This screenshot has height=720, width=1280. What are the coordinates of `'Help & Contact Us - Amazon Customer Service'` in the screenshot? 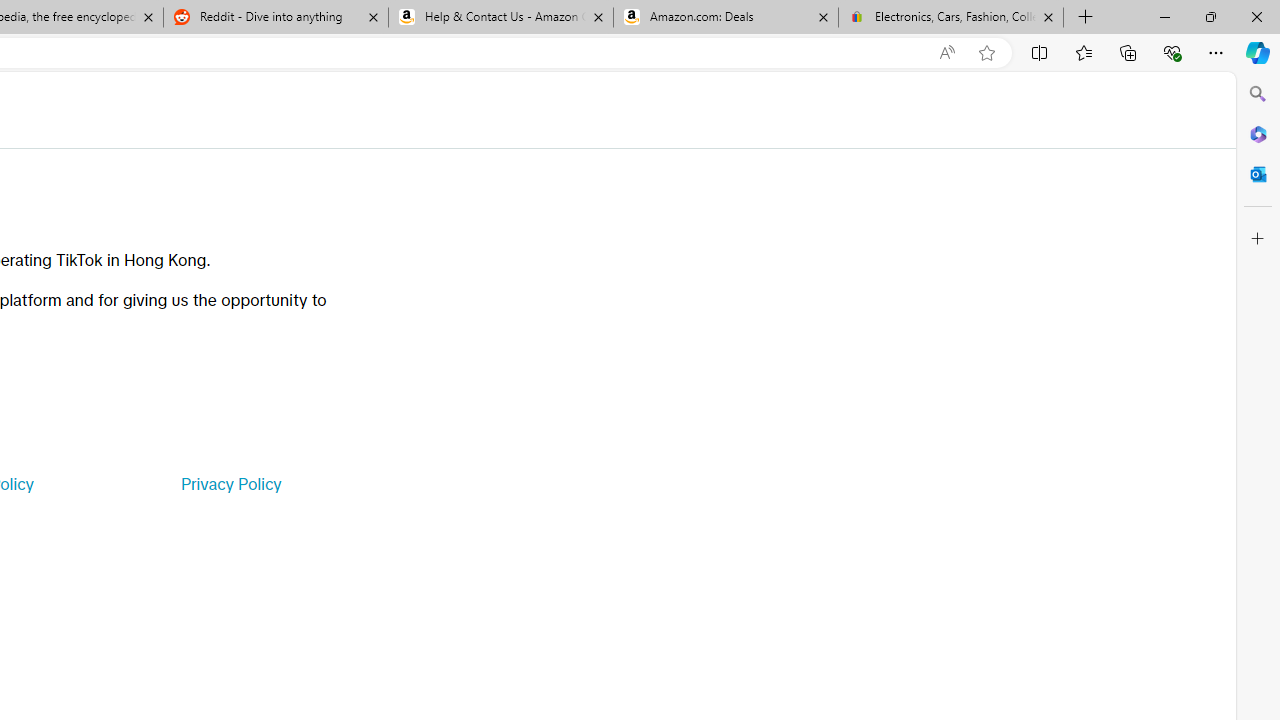 It's located at (501, 17).